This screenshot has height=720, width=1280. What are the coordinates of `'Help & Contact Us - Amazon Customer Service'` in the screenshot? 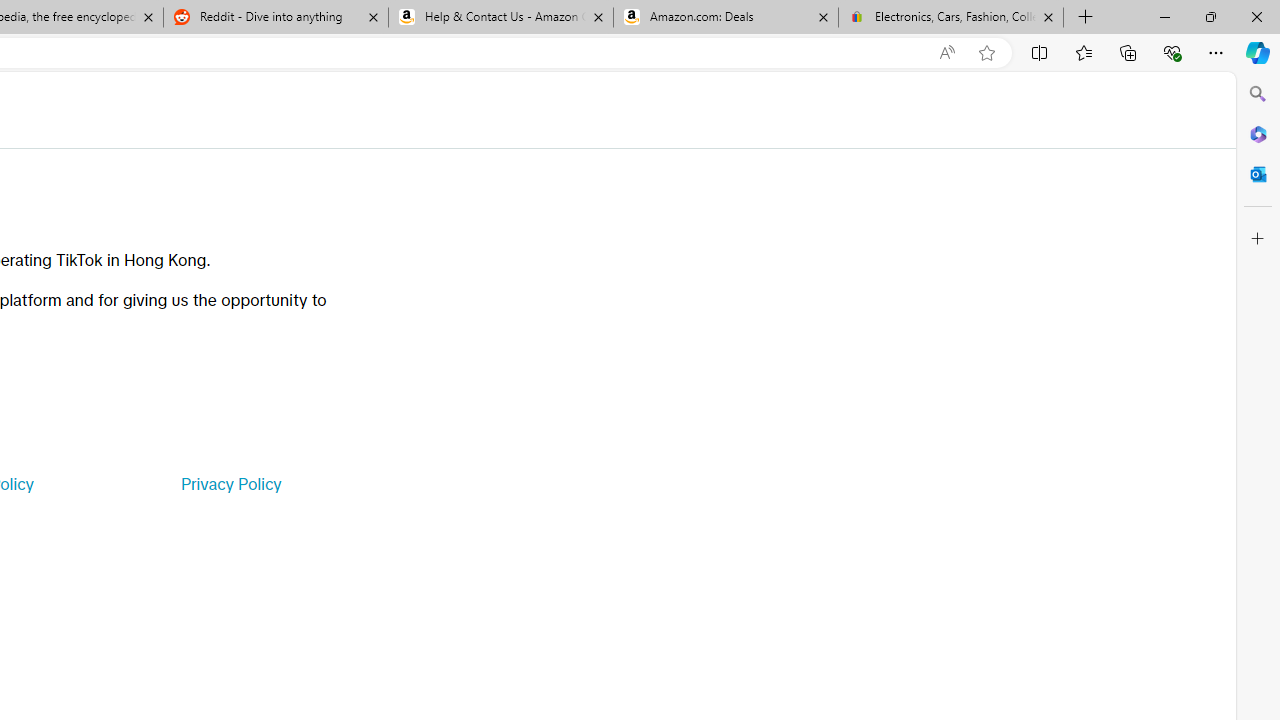 It's located at (501, 17).